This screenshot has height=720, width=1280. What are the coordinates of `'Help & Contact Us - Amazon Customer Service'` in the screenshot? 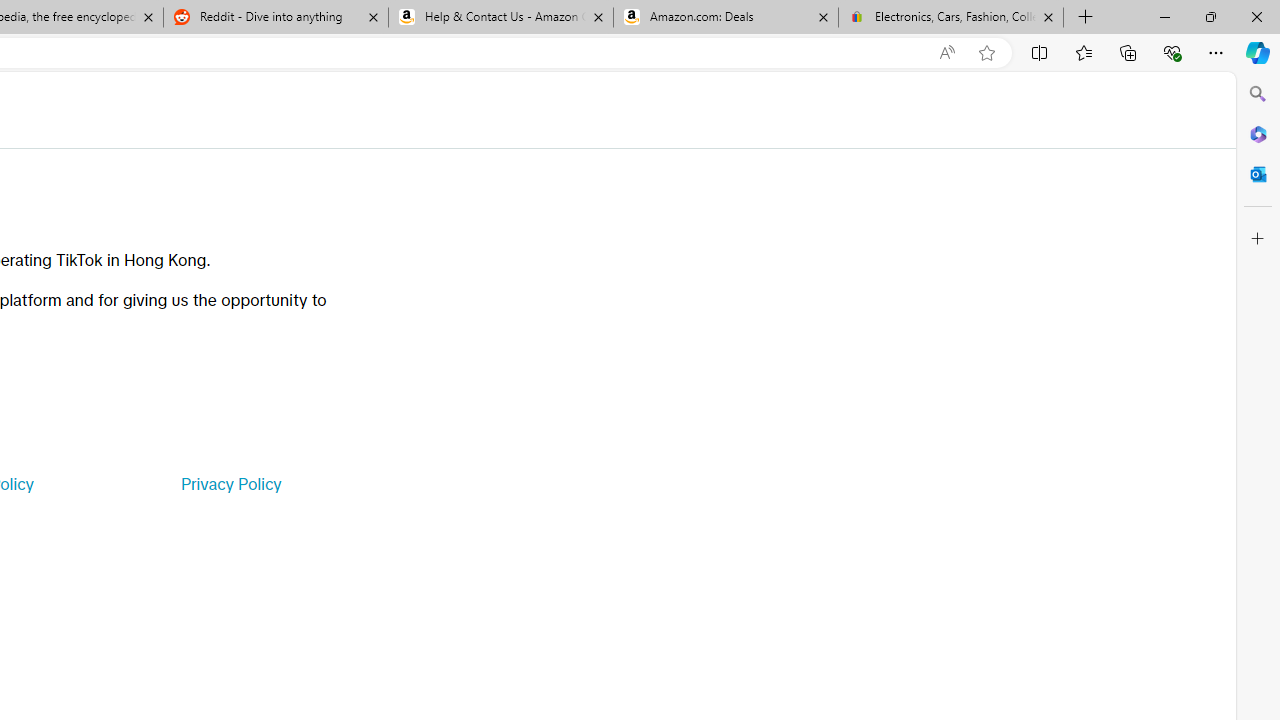 It's located at (501, 17).